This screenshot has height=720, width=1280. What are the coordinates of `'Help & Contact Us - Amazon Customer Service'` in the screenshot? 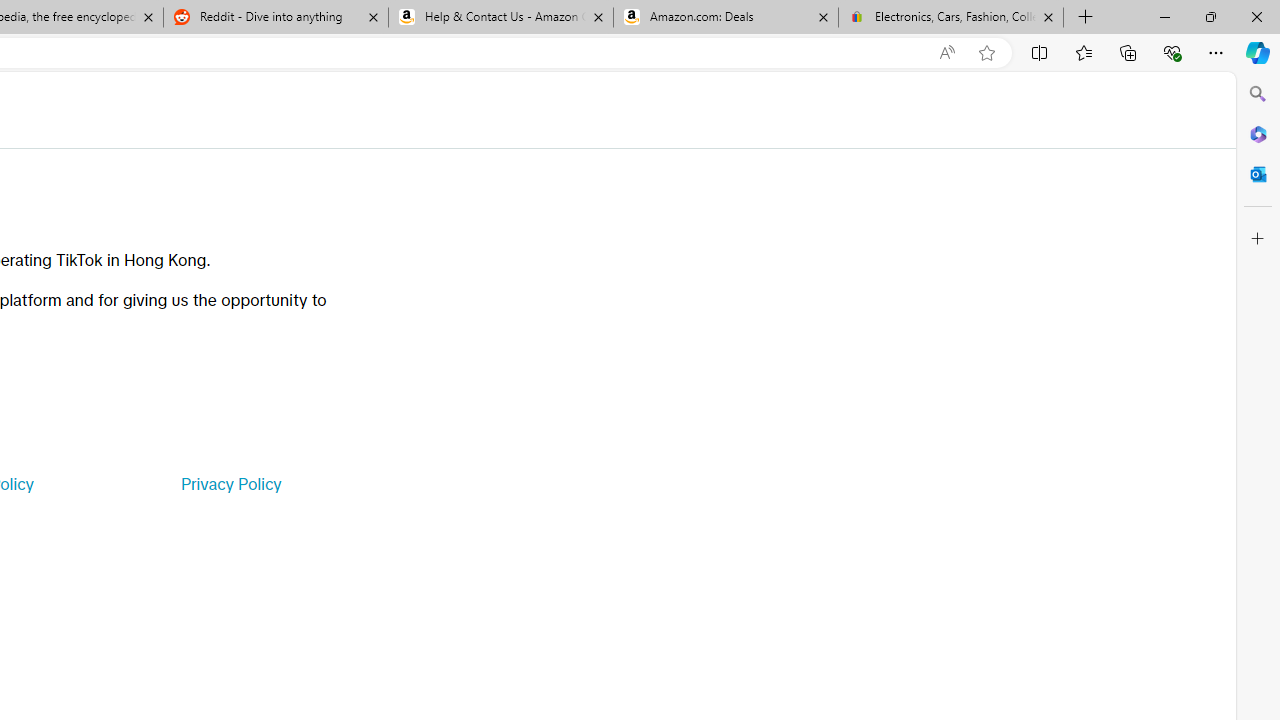 It's located at (501, 17).